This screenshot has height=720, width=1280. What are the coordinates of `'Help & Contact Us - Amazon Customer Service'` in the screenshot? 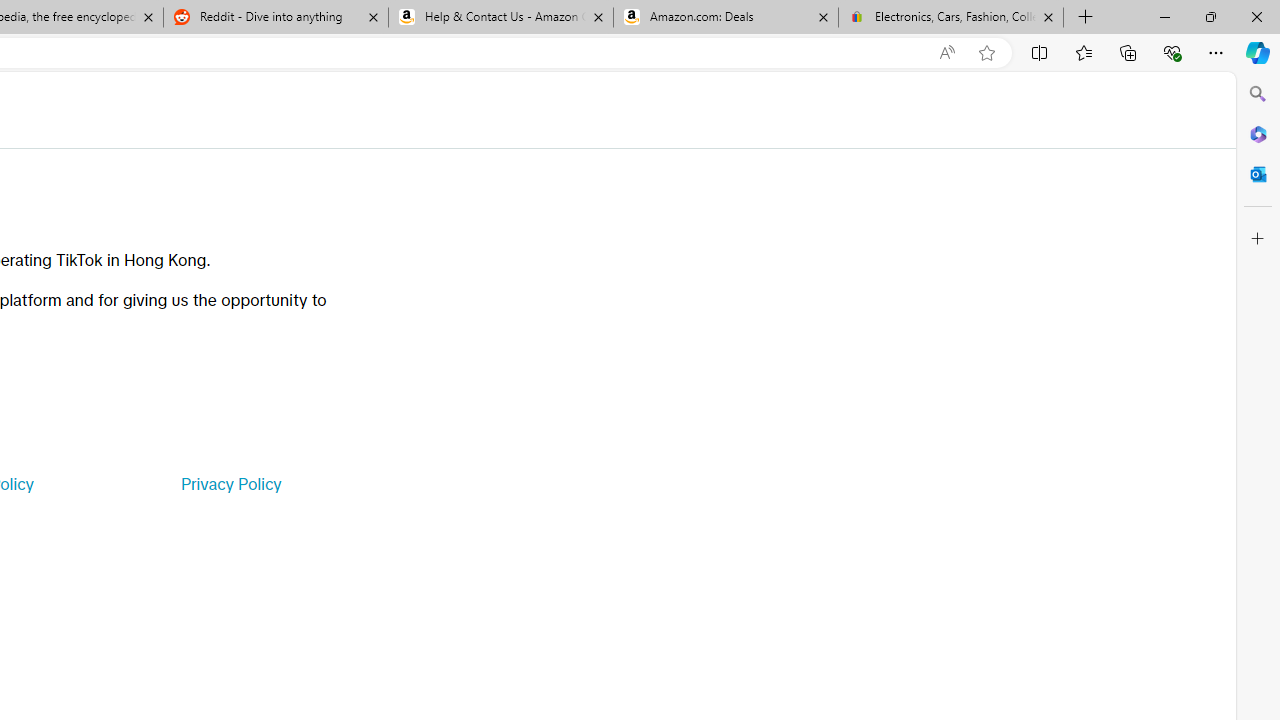 It's located at (501, 17).